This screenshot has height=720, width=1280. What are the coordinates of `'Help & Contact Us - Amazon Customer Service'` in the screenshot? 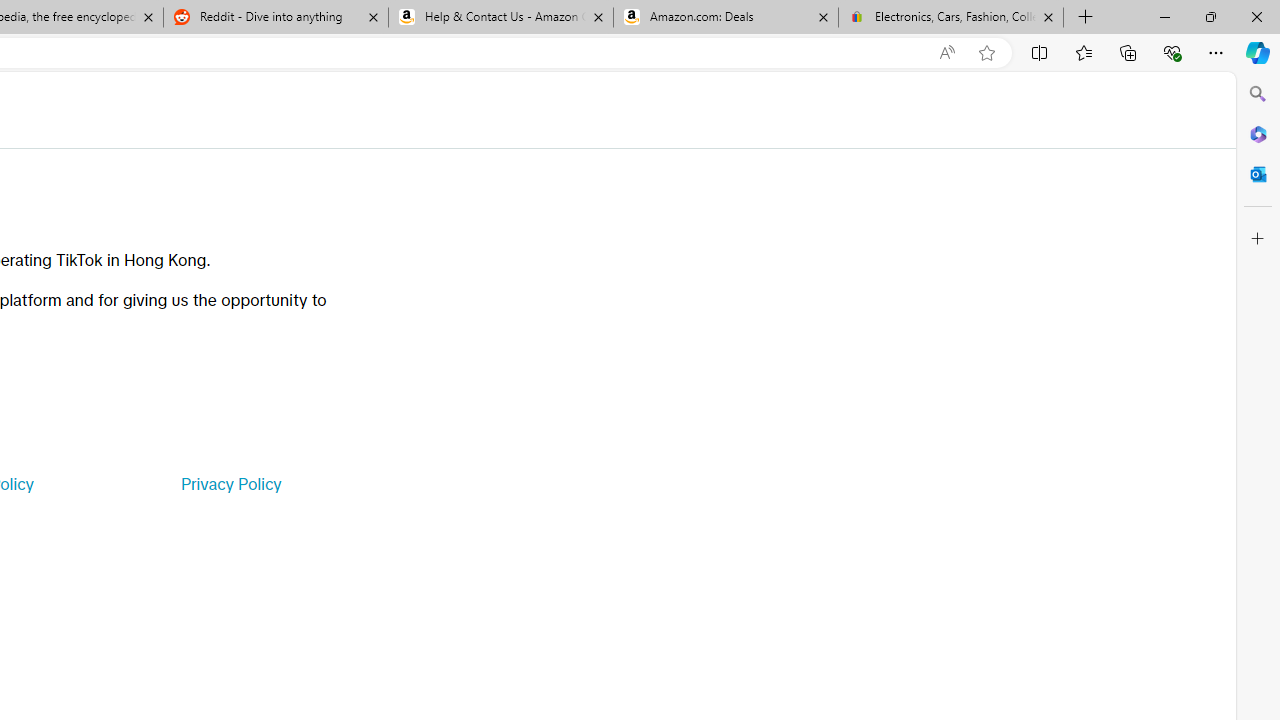 It's located at (501, 17).